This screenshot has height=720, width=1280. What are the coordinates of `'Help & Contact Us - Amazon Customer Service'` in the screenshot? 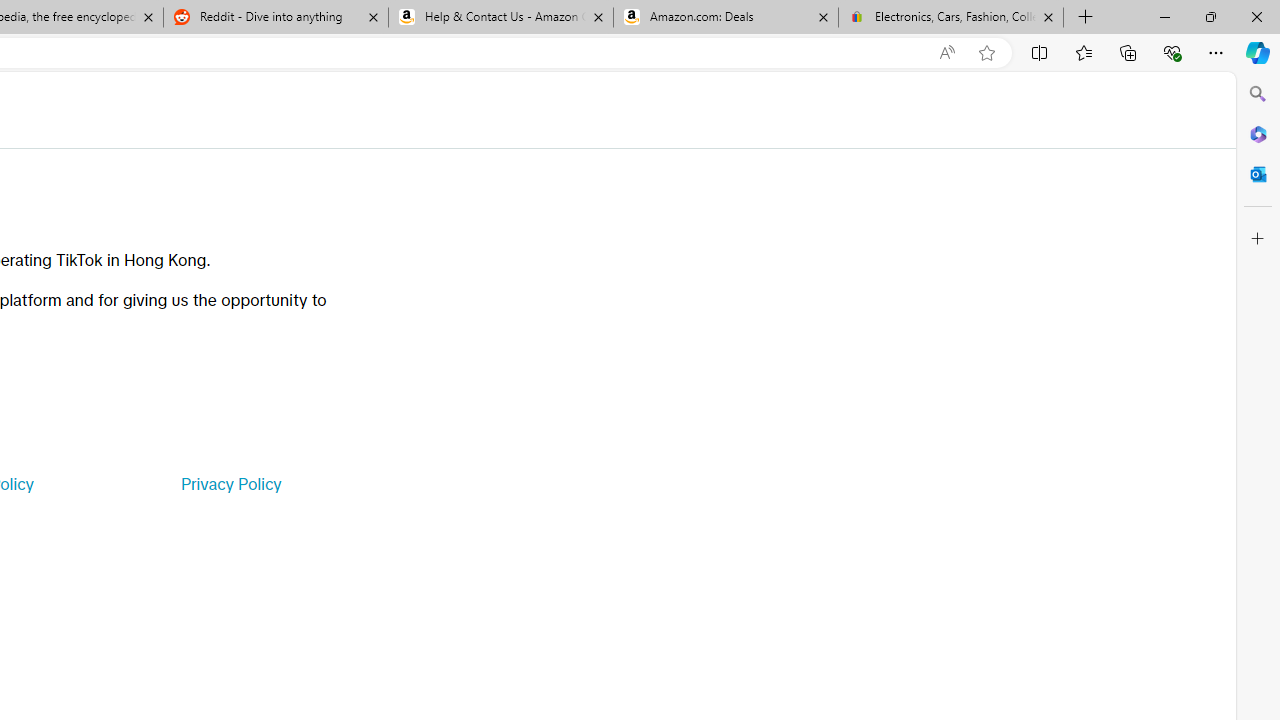 It's located at (501, 17).